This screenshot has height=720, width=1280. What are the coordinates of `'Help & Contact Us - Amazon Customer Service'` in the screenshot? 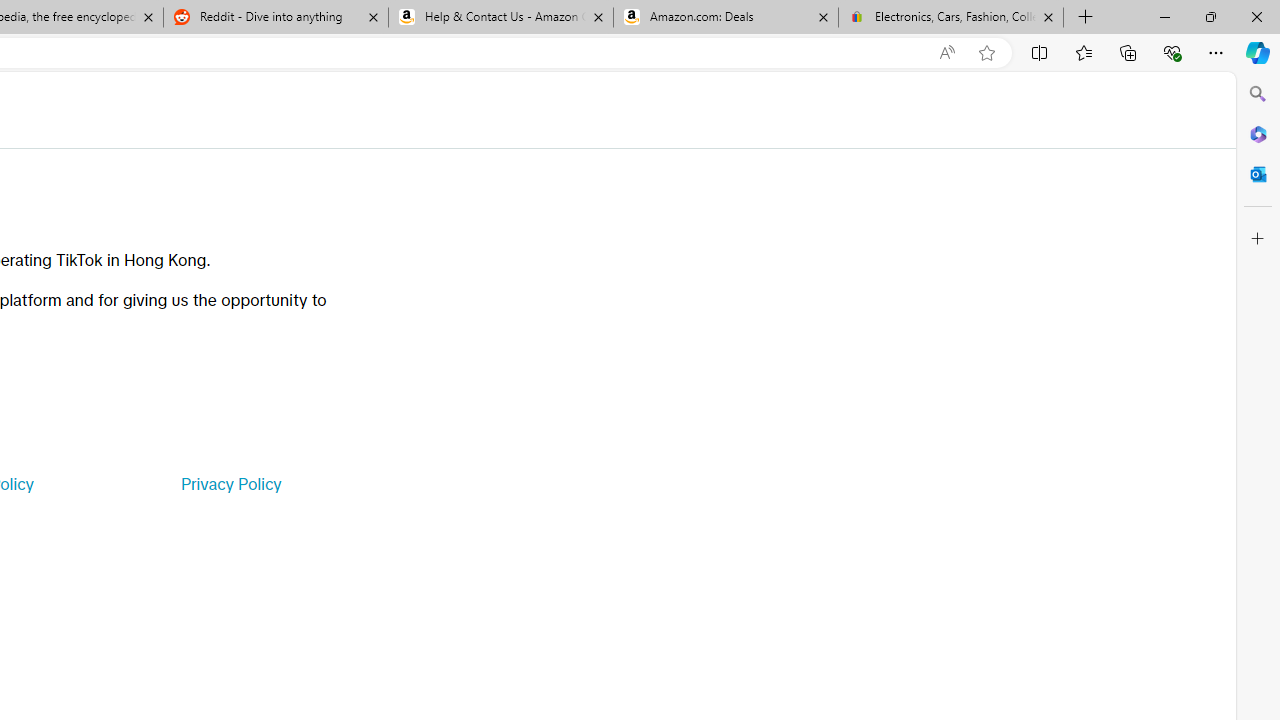 It's located at (501, 17).